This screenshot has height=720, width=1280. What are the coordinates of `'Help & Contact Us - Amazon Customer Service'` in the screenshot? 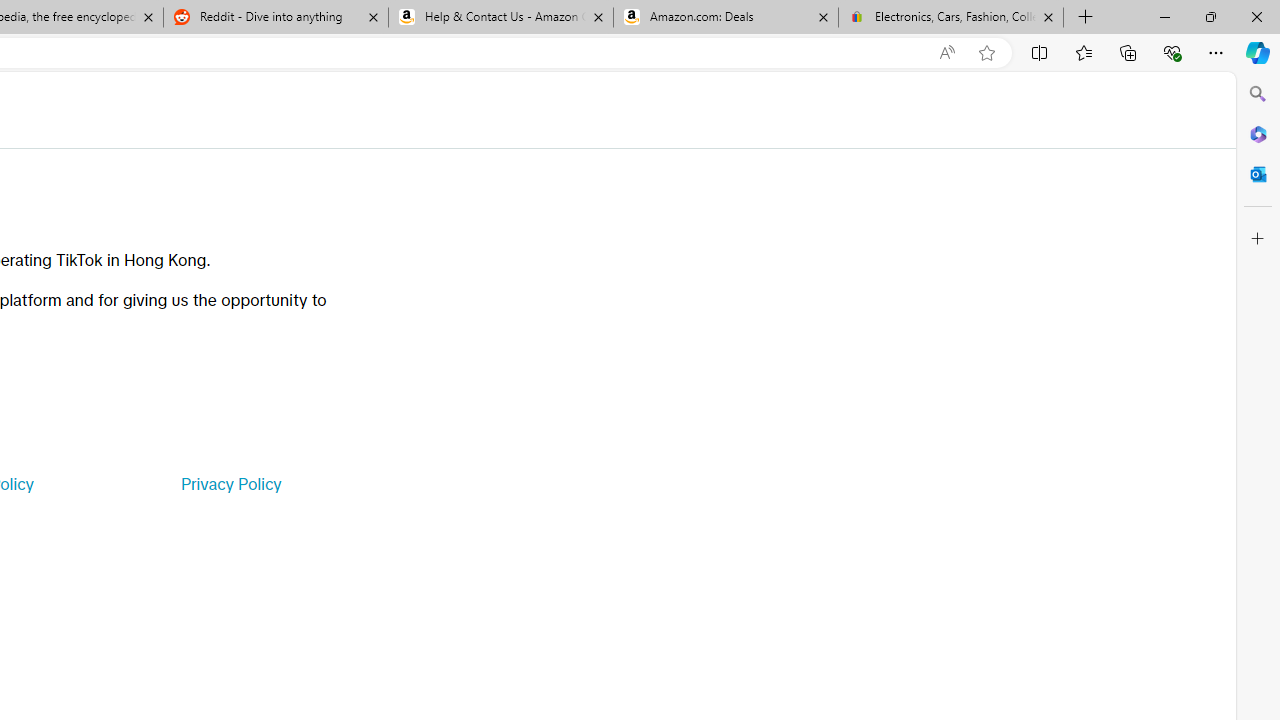 It's located at (501, 17).